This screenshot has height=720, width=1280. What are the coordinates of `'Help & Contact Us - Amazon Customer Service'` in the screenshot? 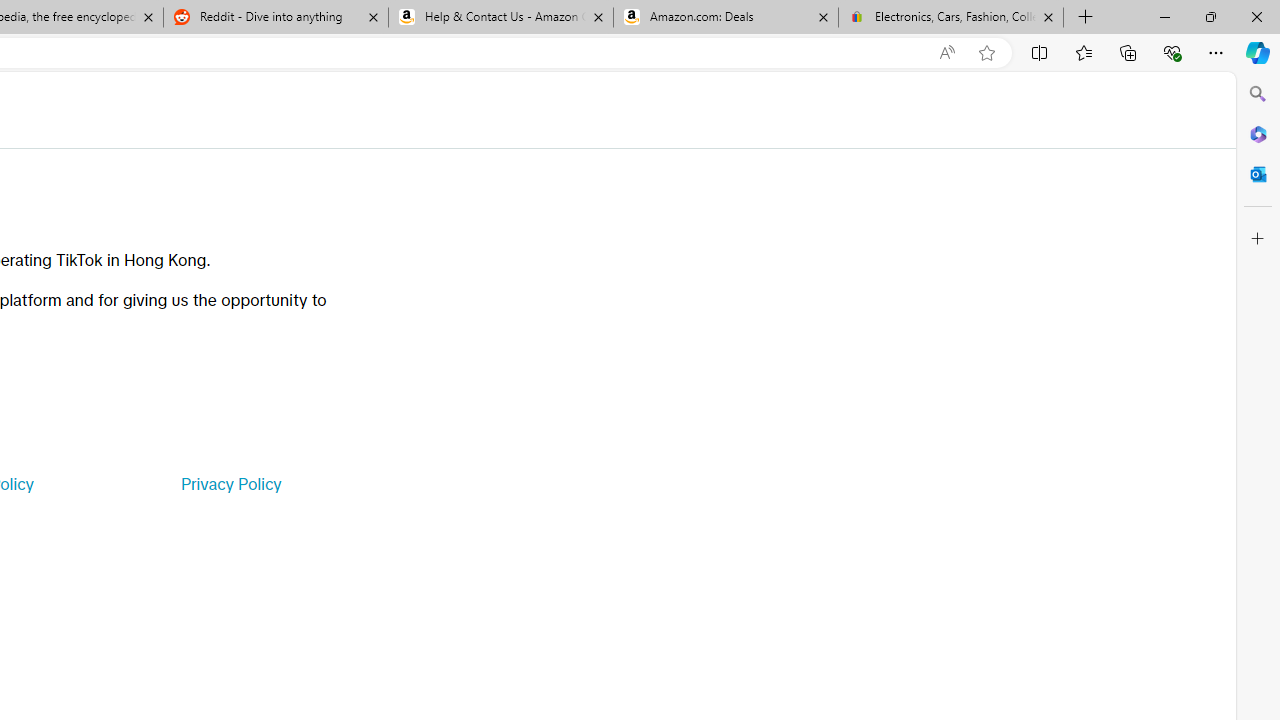 It's located at (501, 17).